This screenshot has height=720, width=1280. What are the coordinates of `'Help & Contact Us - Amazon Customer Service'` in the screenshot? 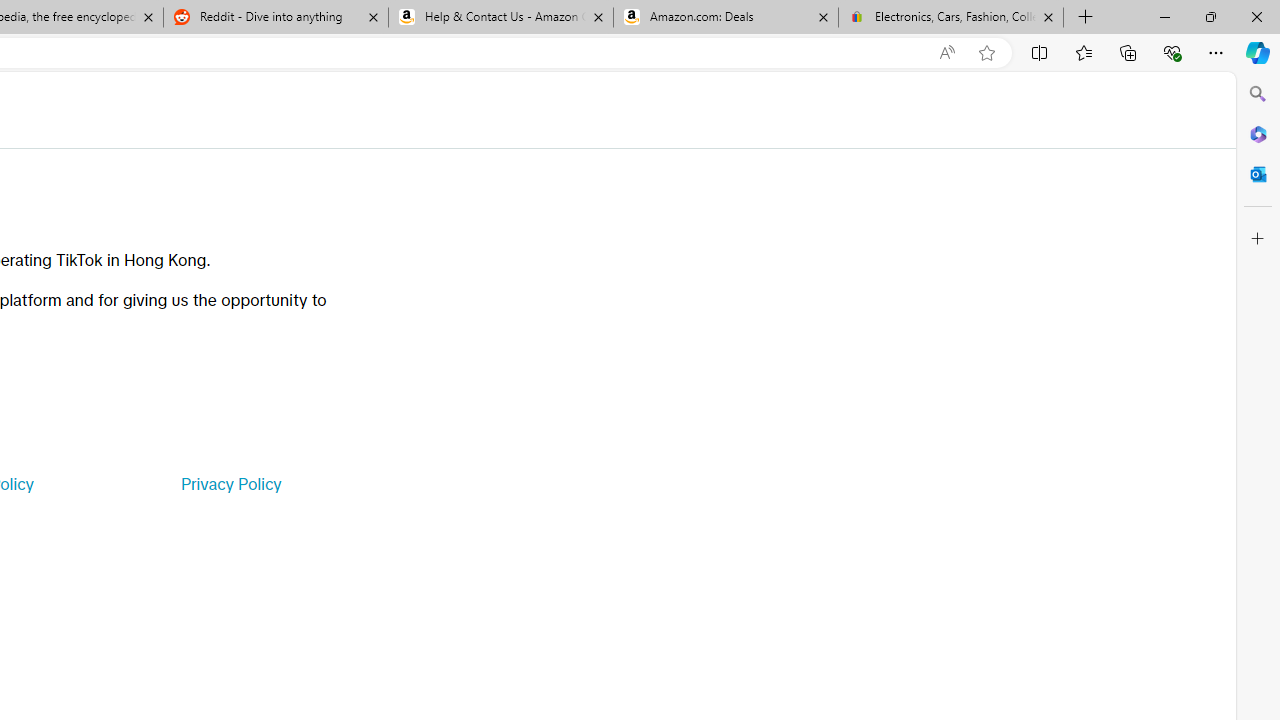 It's located at (501, 17).